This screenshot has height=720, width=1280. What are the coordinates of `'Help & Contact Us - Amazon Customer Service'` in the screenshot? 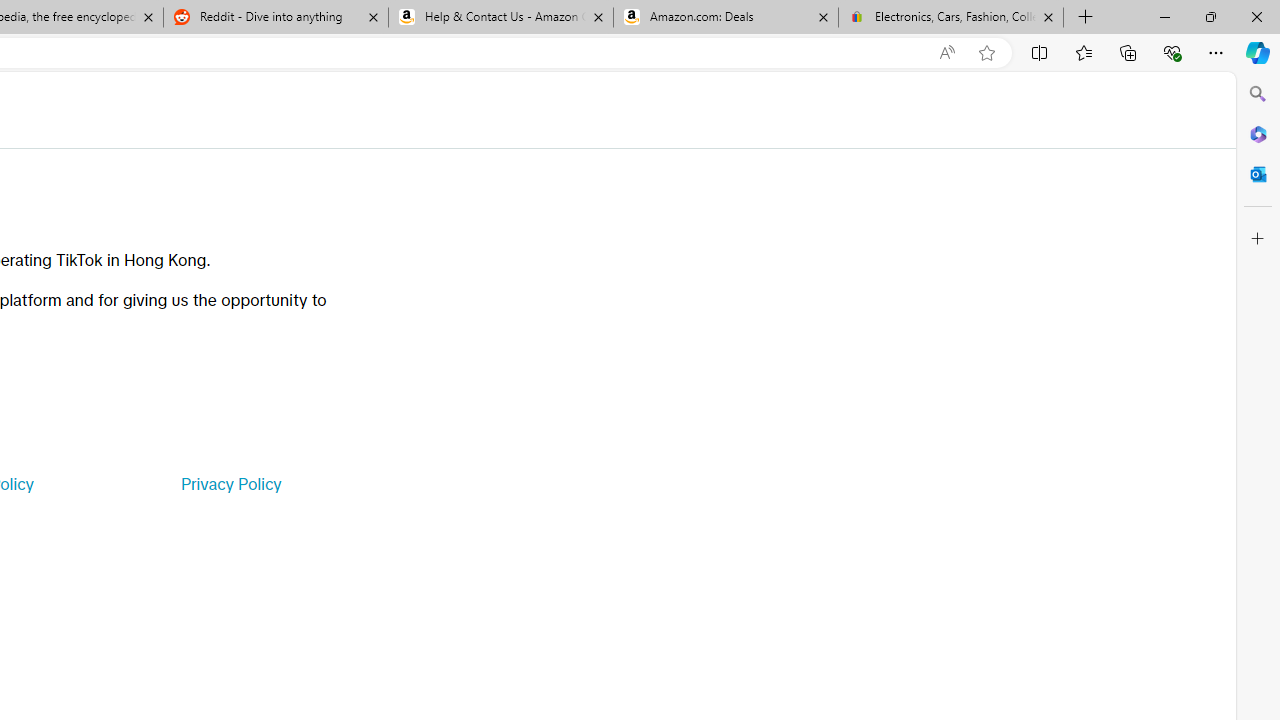 It's located at (501, 17).